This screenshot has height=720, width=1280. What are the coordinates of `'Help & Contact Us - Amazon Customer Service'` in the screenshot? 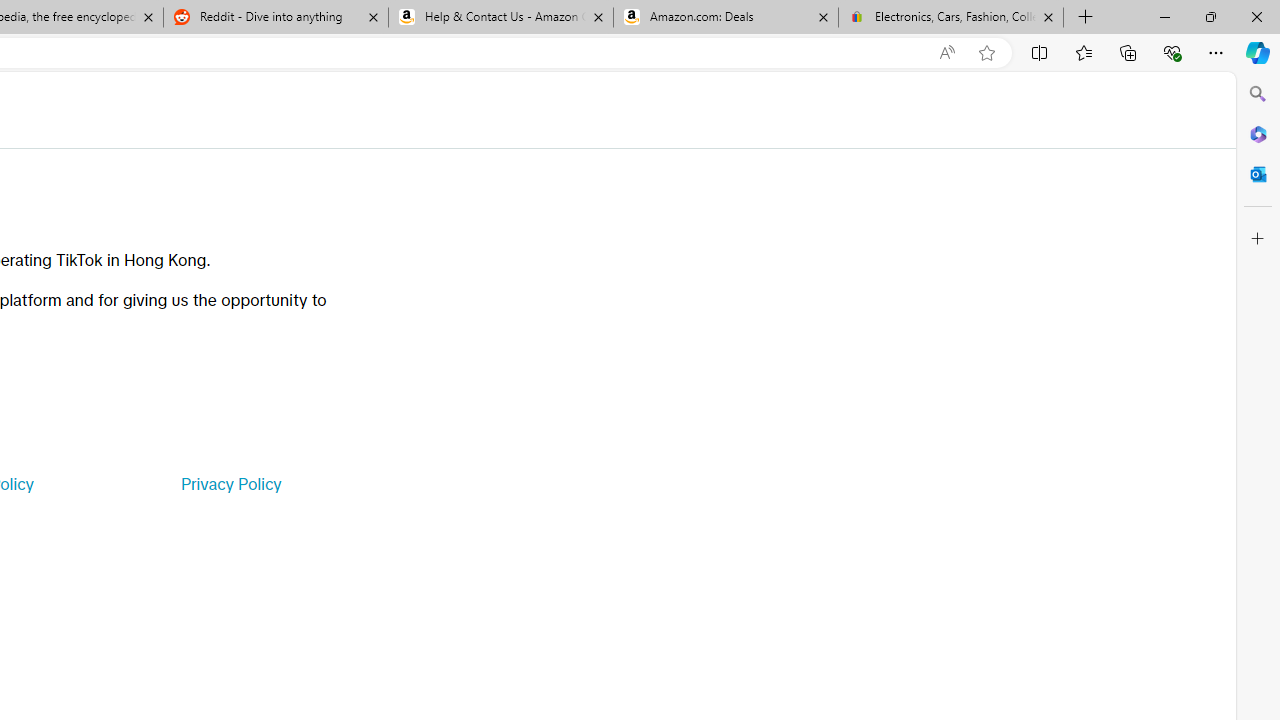 It's located at (501, 17).